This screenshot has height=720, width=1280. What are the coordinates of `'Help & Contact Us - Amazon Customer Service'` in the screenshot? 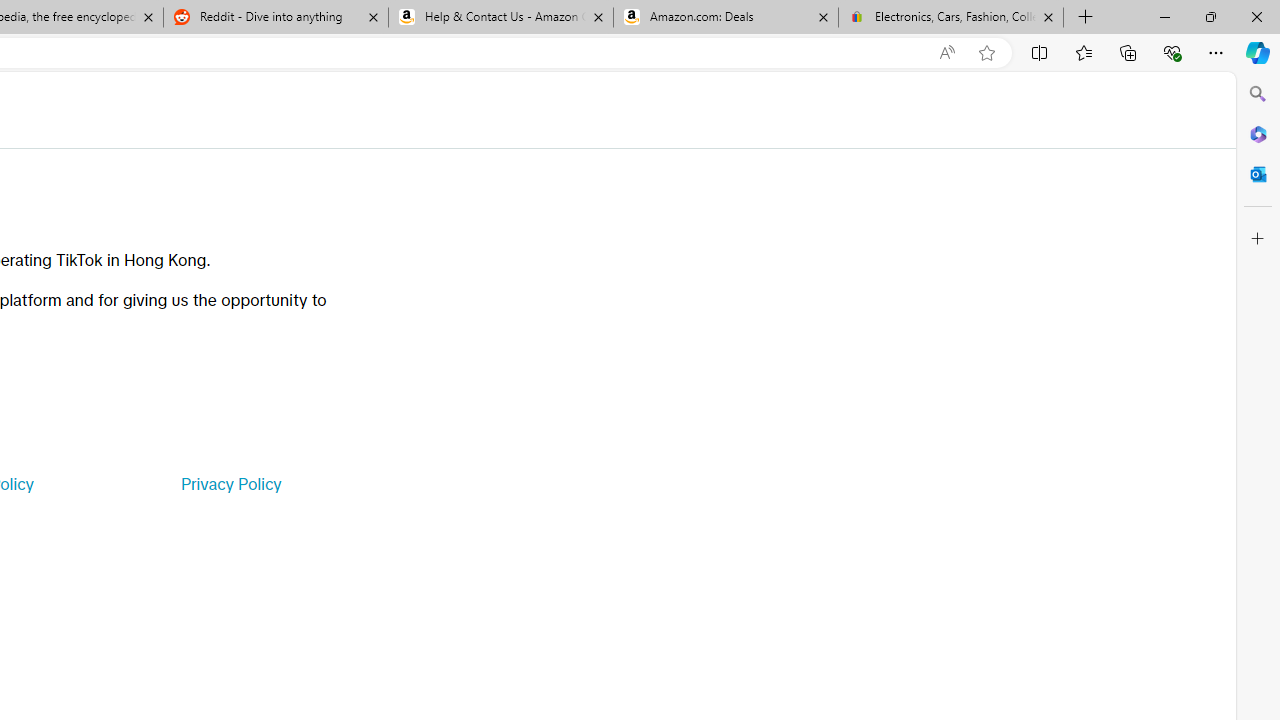 It's located at (501, 17).